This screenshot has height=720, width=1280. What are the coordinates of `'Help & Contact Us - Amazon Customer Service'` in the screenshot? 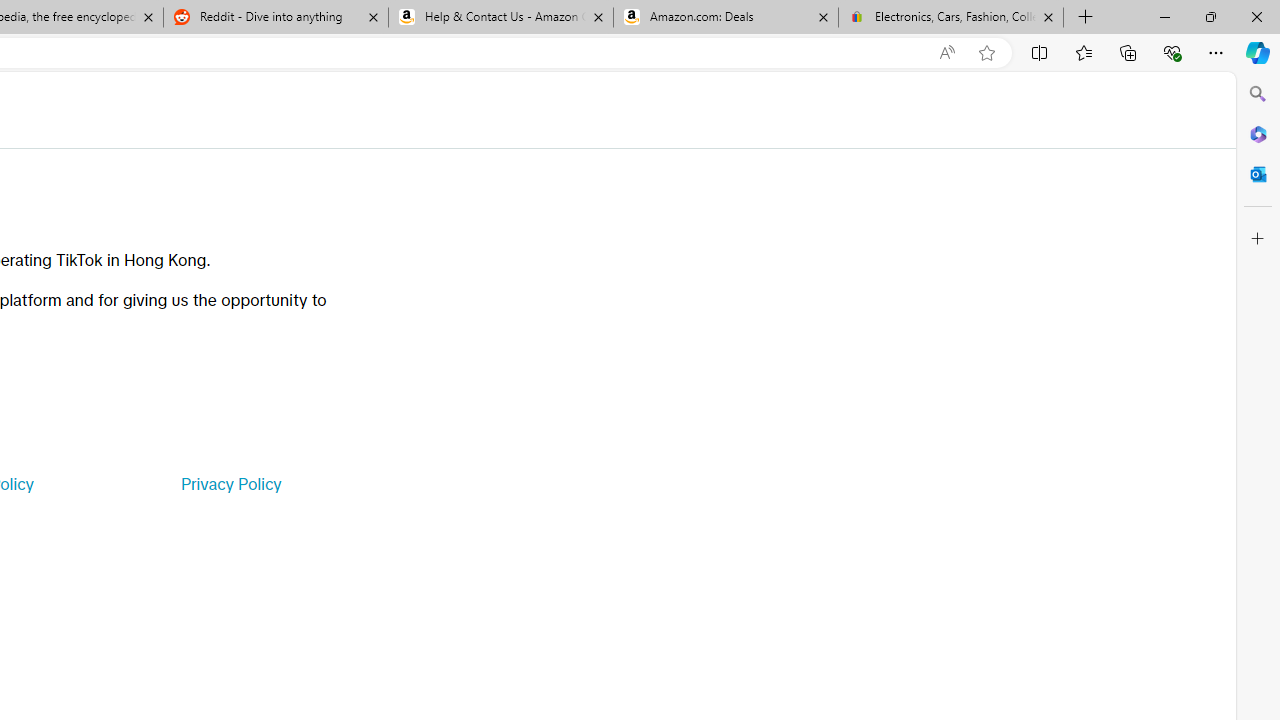 It's located at (501, 17).